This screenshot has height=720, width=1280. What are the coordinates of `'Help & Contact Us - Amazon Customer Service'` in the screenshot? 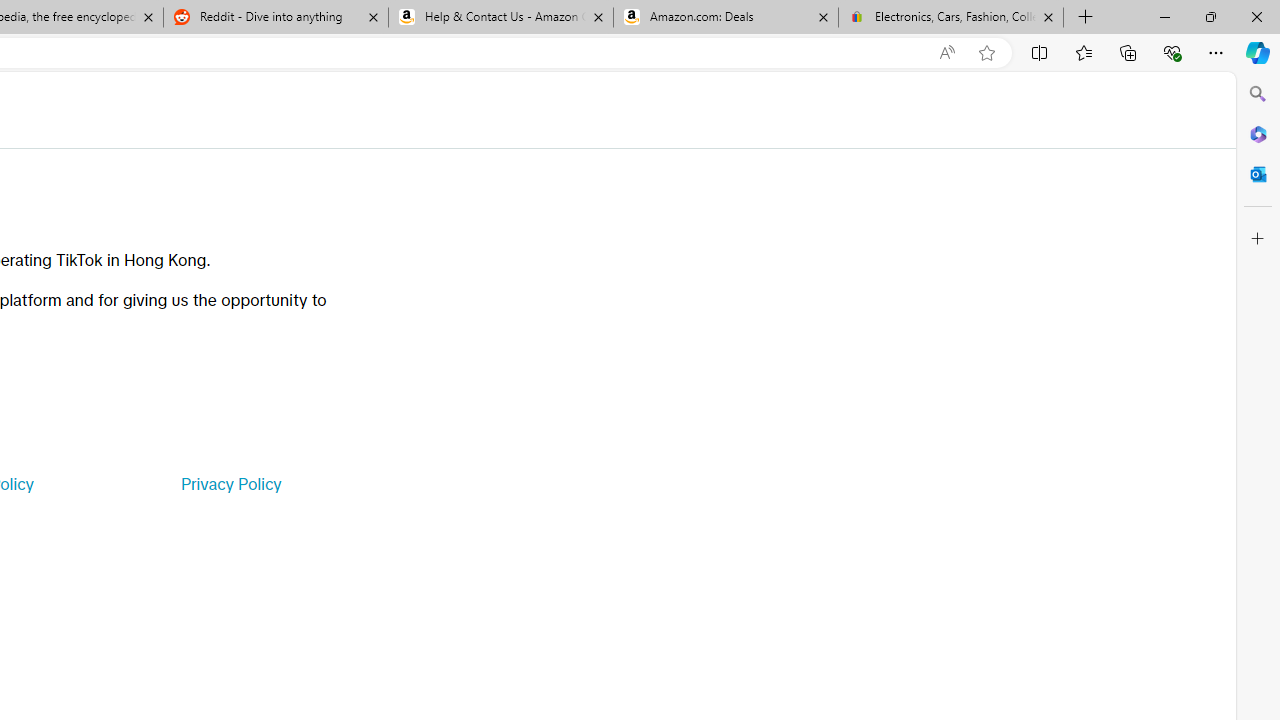 It's located at (501, 17).